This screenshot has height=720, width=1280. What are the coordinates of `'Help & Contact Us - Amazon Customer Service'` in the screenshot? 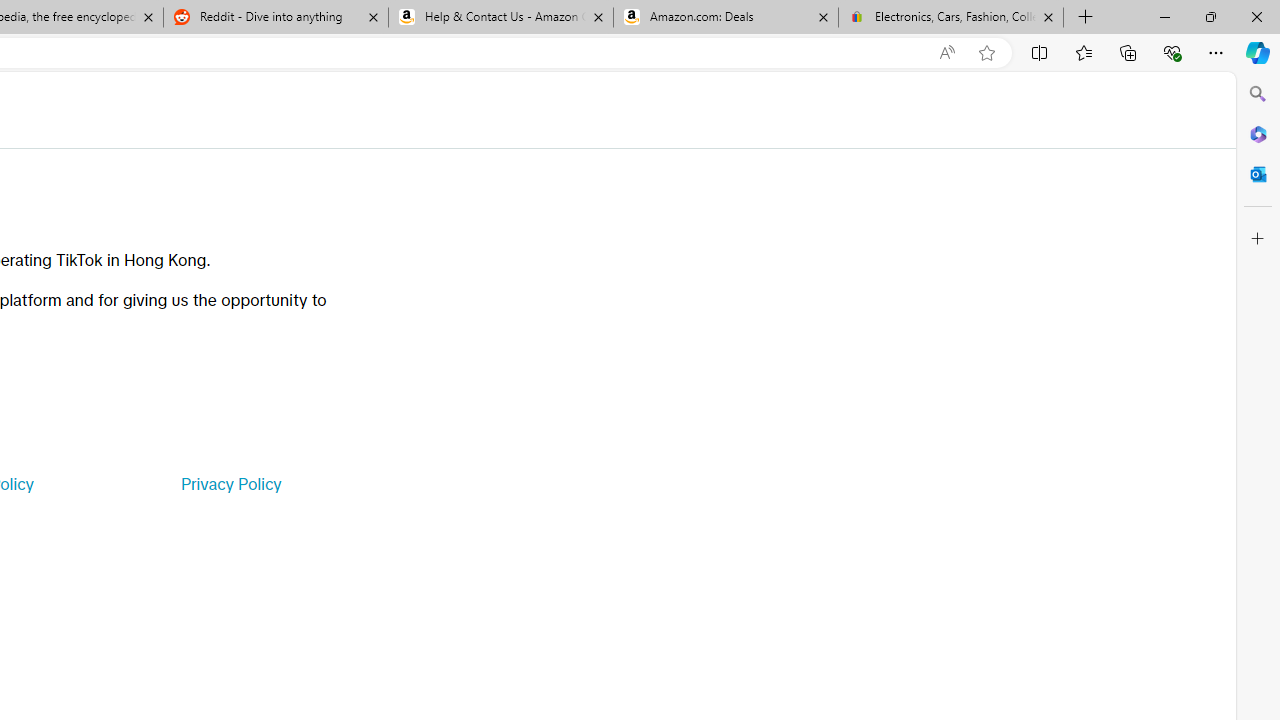 It's located at (501, 17).